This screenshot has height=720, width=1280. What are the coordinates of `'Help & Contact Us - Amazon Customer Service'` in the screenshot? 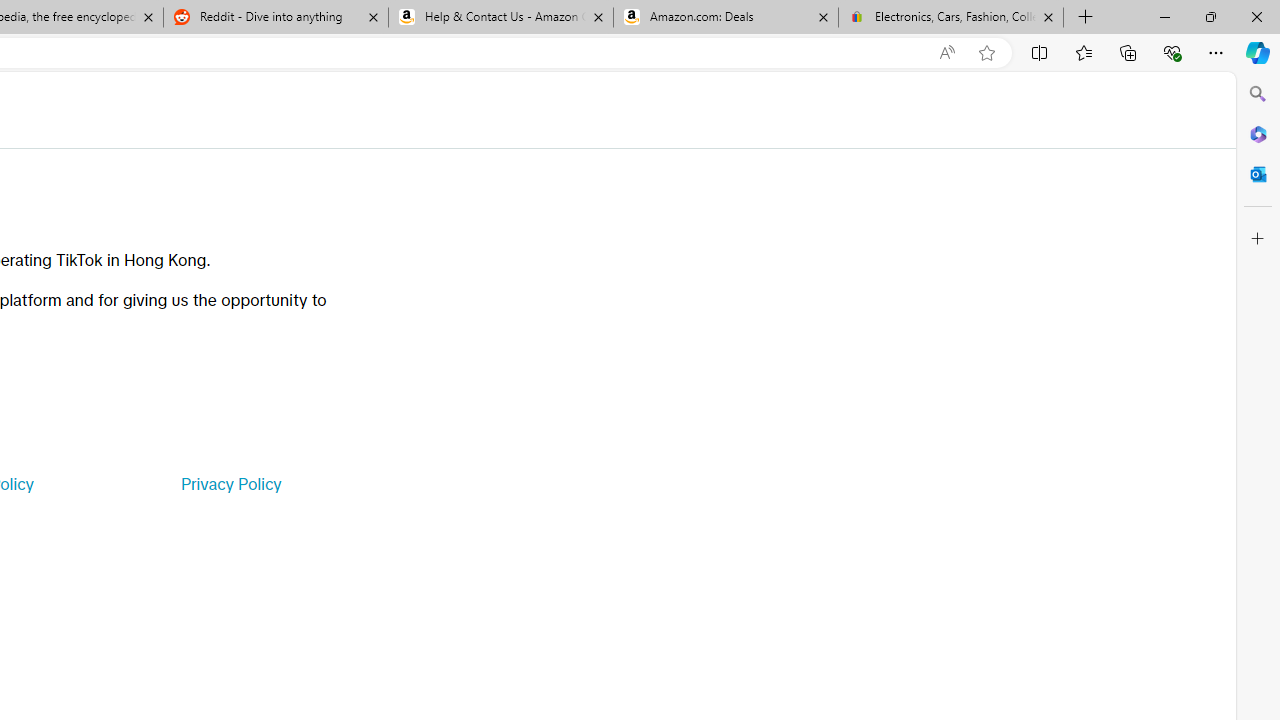 It's located at (501, 17).